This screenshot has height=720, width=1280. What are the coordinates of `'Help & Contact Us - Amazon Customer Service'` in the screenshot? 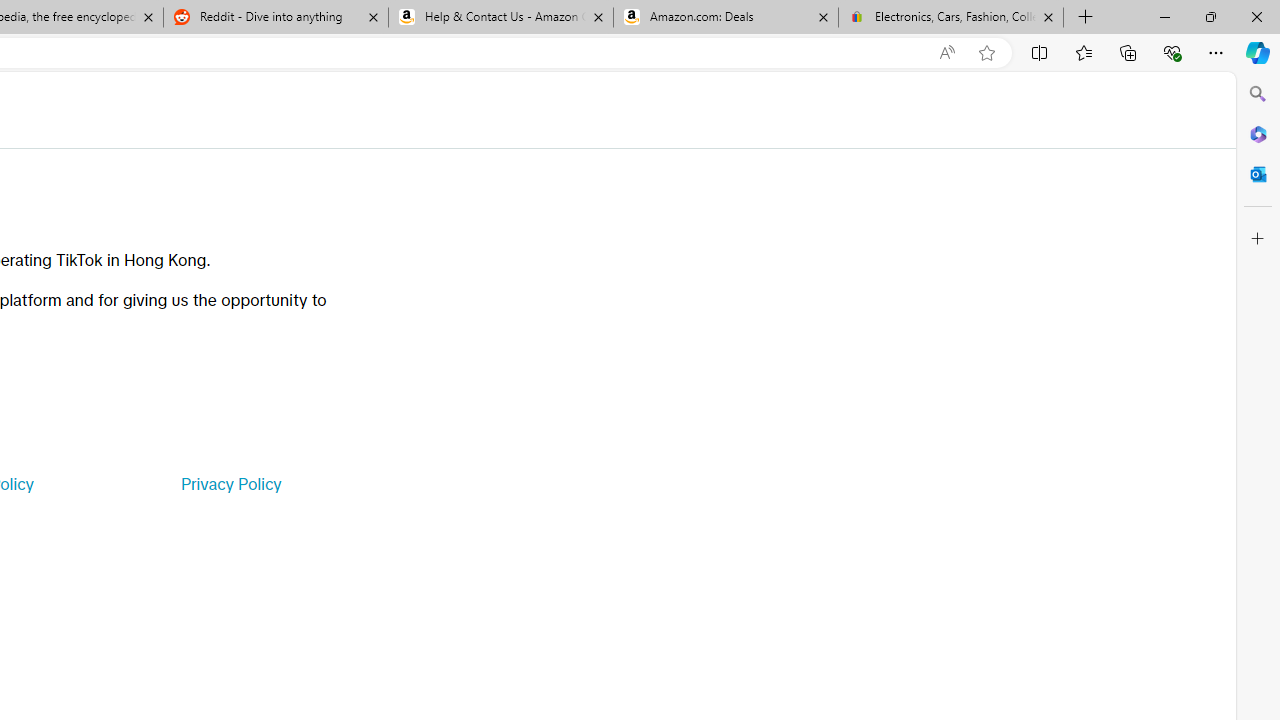 It's located at (501, 17).